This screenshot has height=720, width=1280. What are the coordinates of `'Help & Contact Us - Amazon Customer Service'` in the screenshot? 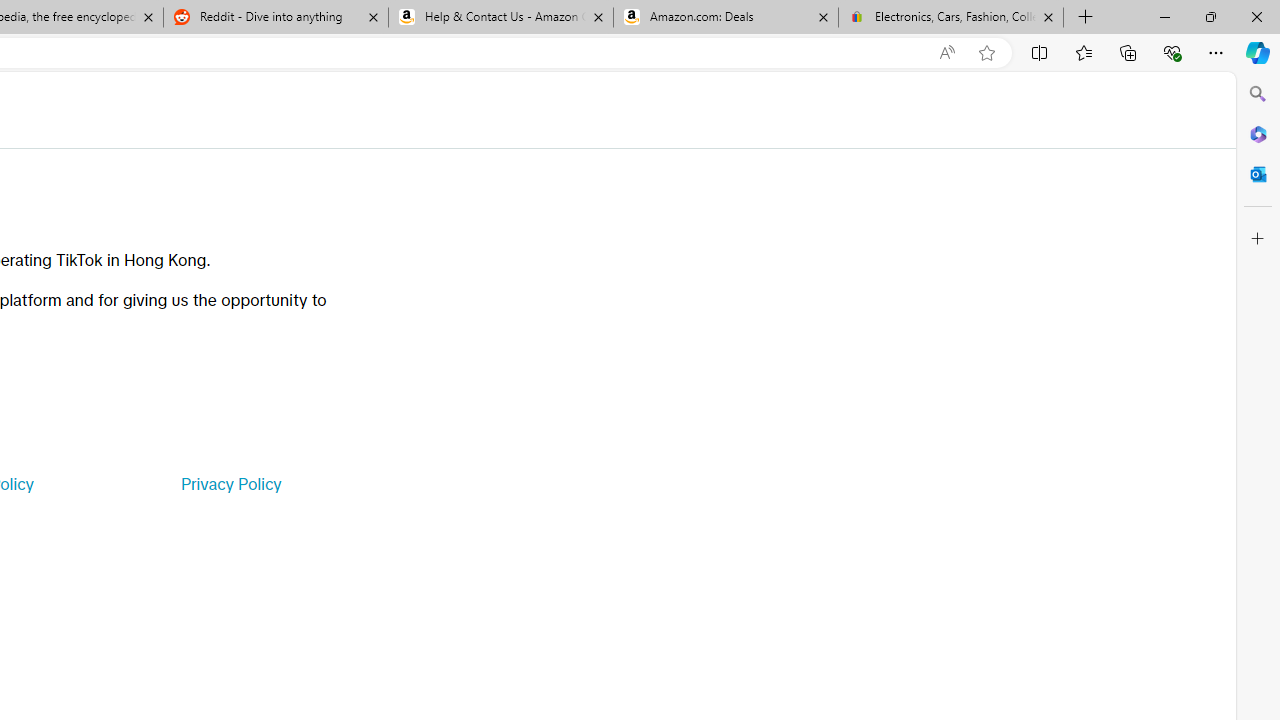 It's located at (501, 17).